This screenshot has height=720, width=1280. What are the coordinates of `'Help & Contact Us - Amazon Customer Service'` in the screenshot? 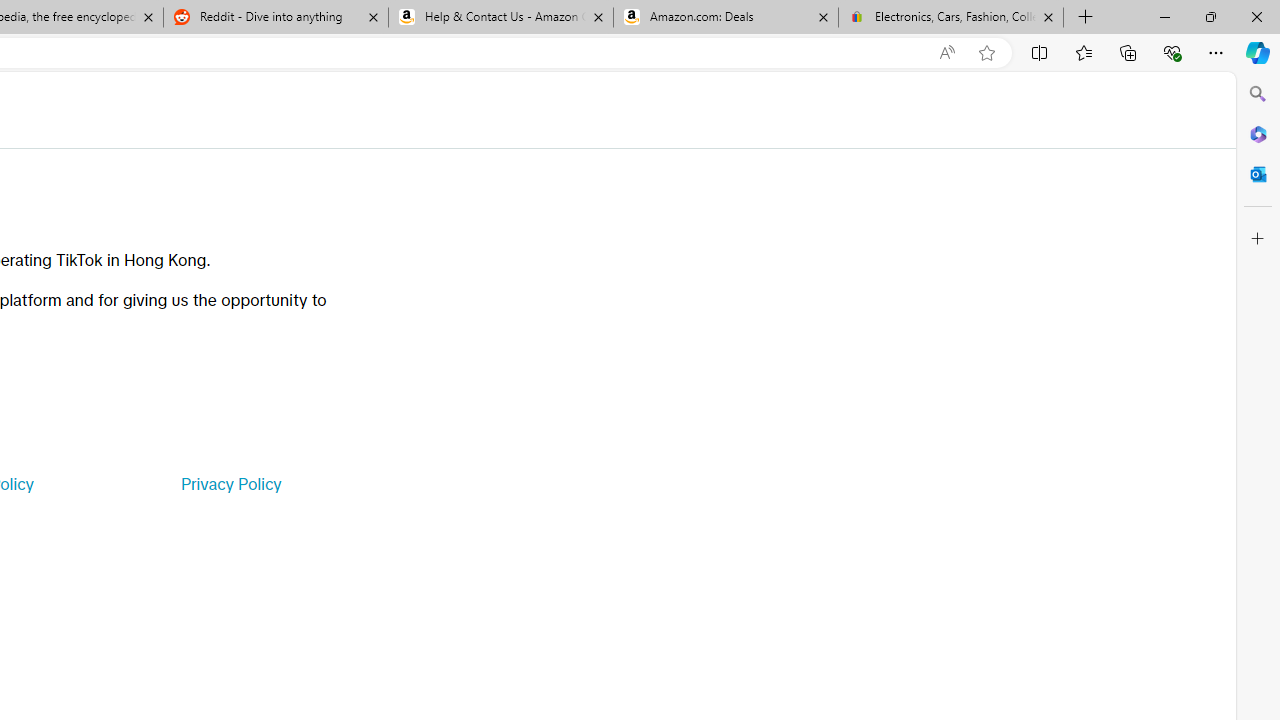 It's located at (501, 17).